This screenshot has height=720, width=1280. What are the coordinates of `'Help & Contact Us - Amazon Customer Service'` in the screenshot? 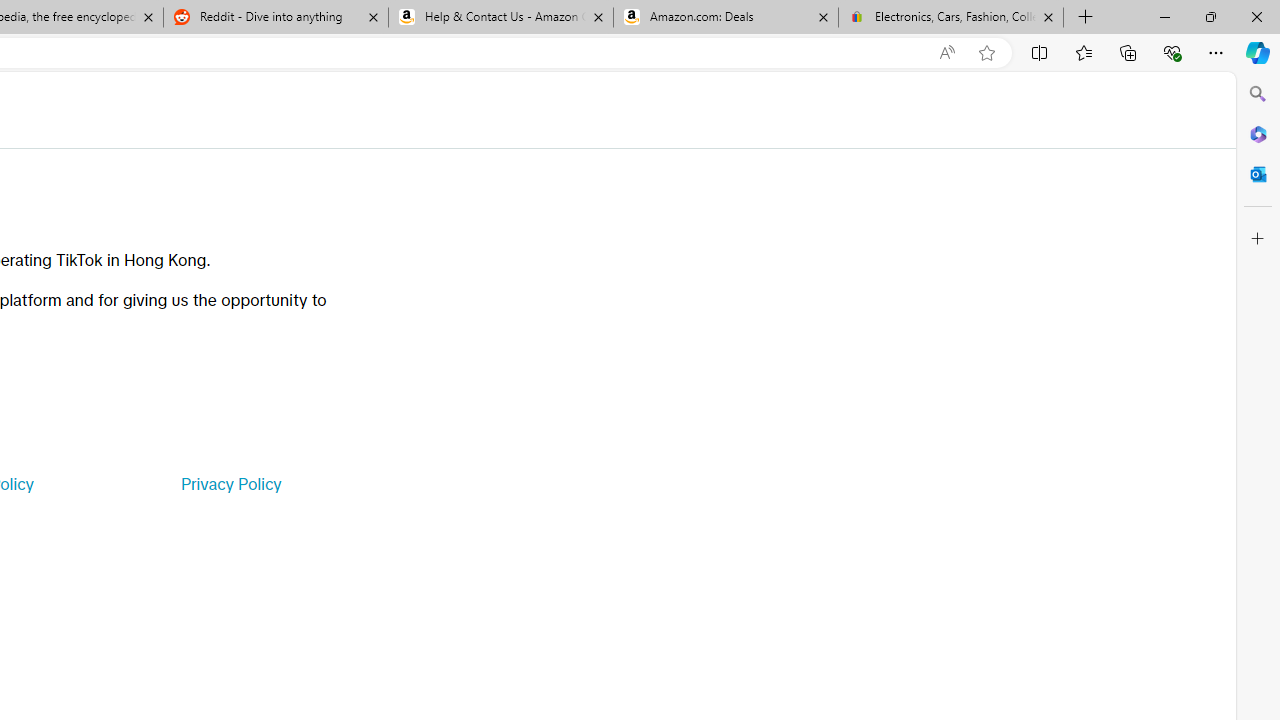 It's located at (501, 17).